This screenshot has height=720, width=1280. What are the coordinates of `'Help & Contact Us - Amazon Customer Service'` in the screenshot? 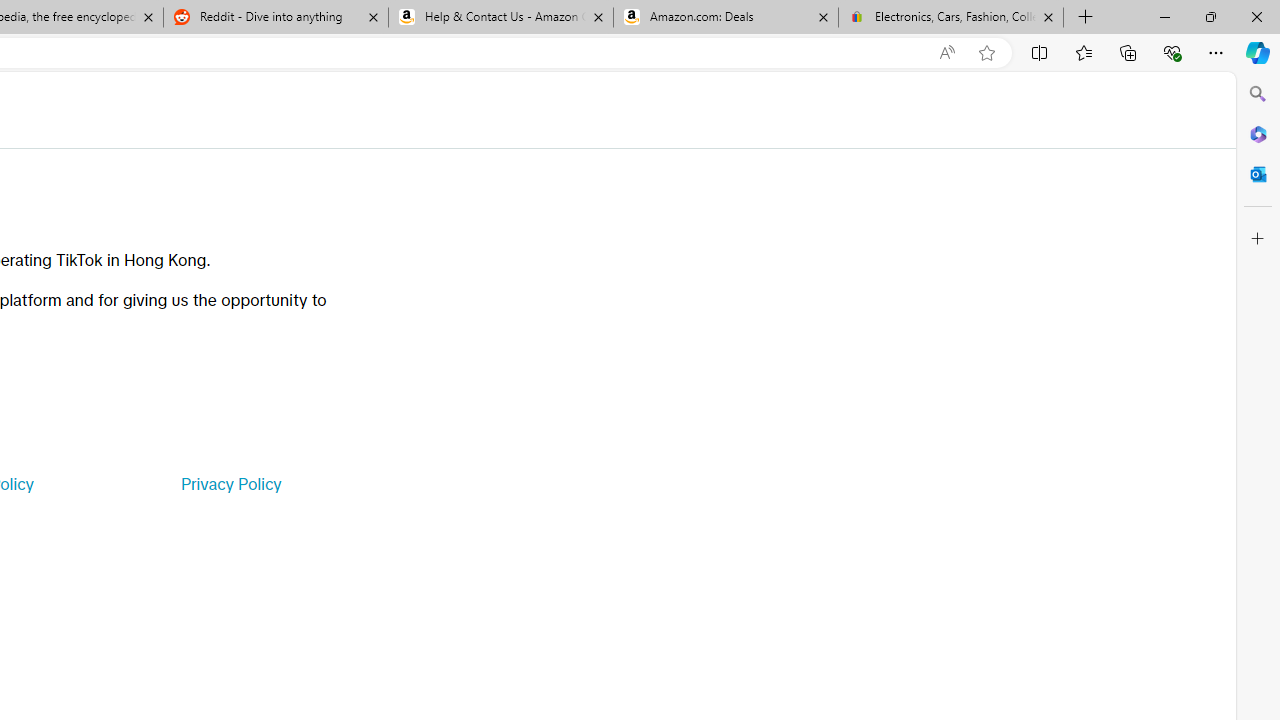 It's located at (501, 17).